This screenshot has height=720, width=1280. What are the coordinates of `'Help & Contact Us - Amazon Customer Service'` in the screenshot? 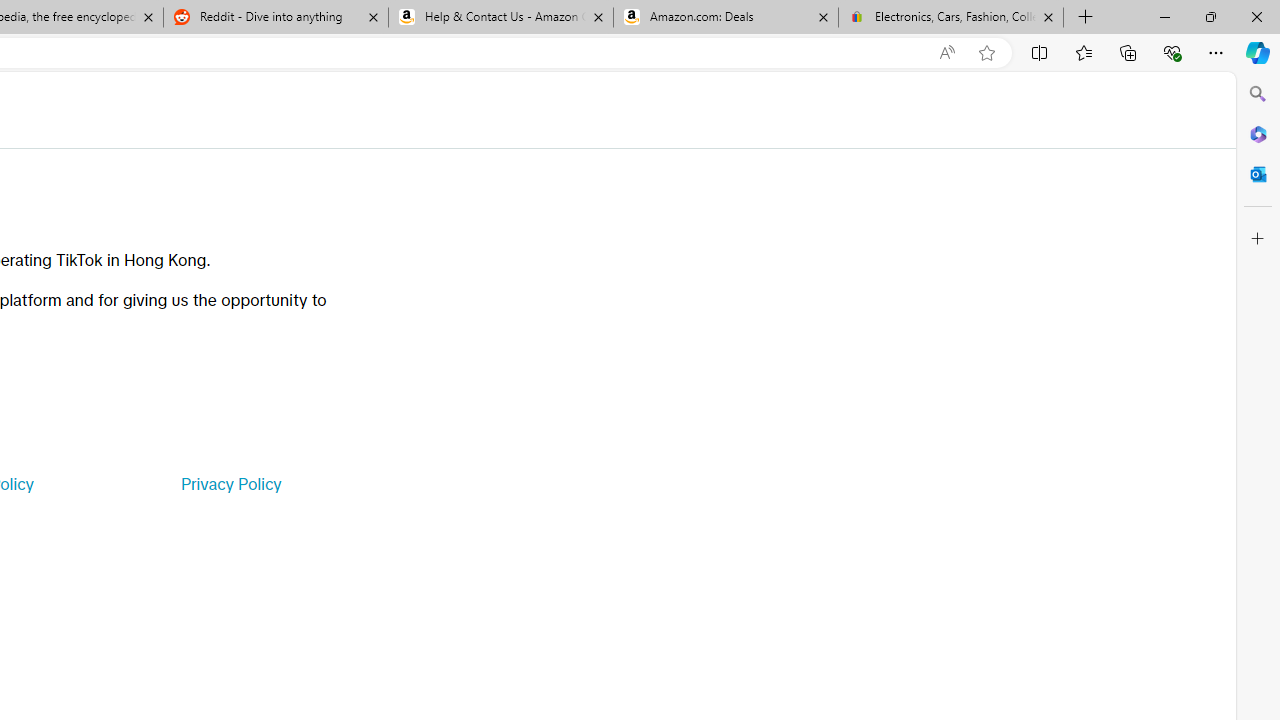 It's located at (501, 17).